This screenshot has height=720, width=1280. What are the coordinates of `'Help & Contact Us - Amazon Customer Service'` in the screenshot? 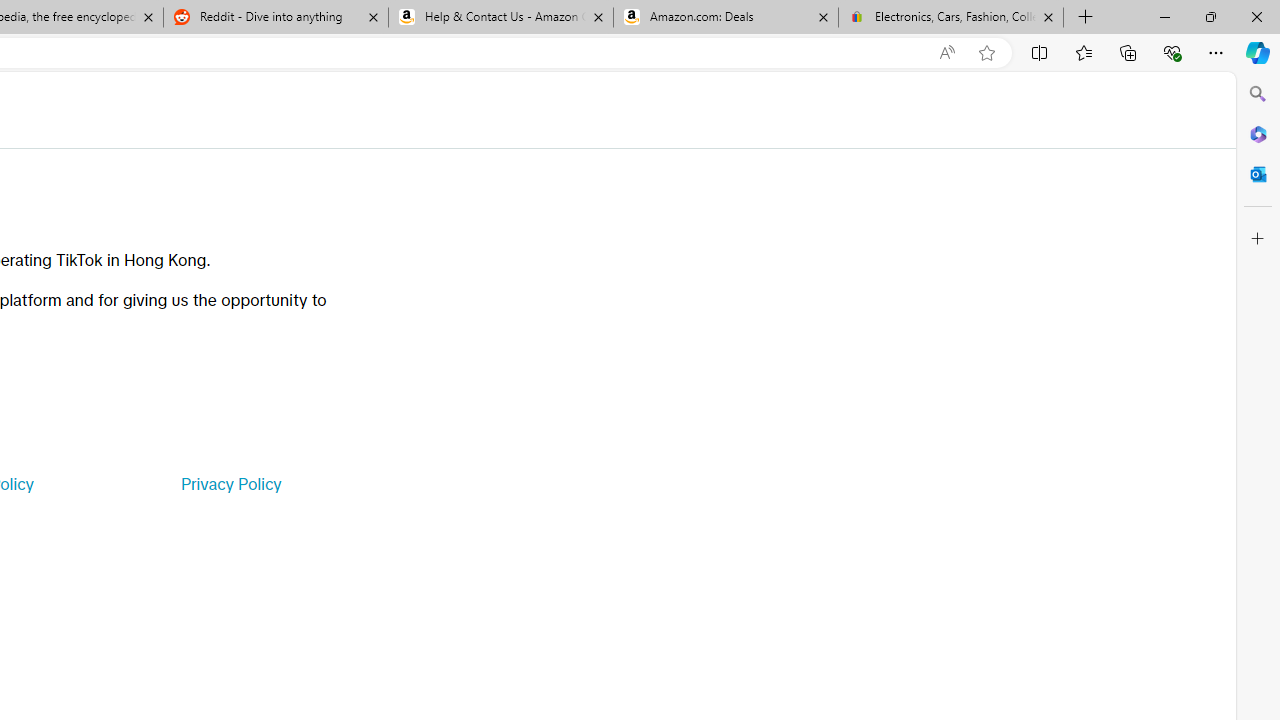 It's located at (501, 17).